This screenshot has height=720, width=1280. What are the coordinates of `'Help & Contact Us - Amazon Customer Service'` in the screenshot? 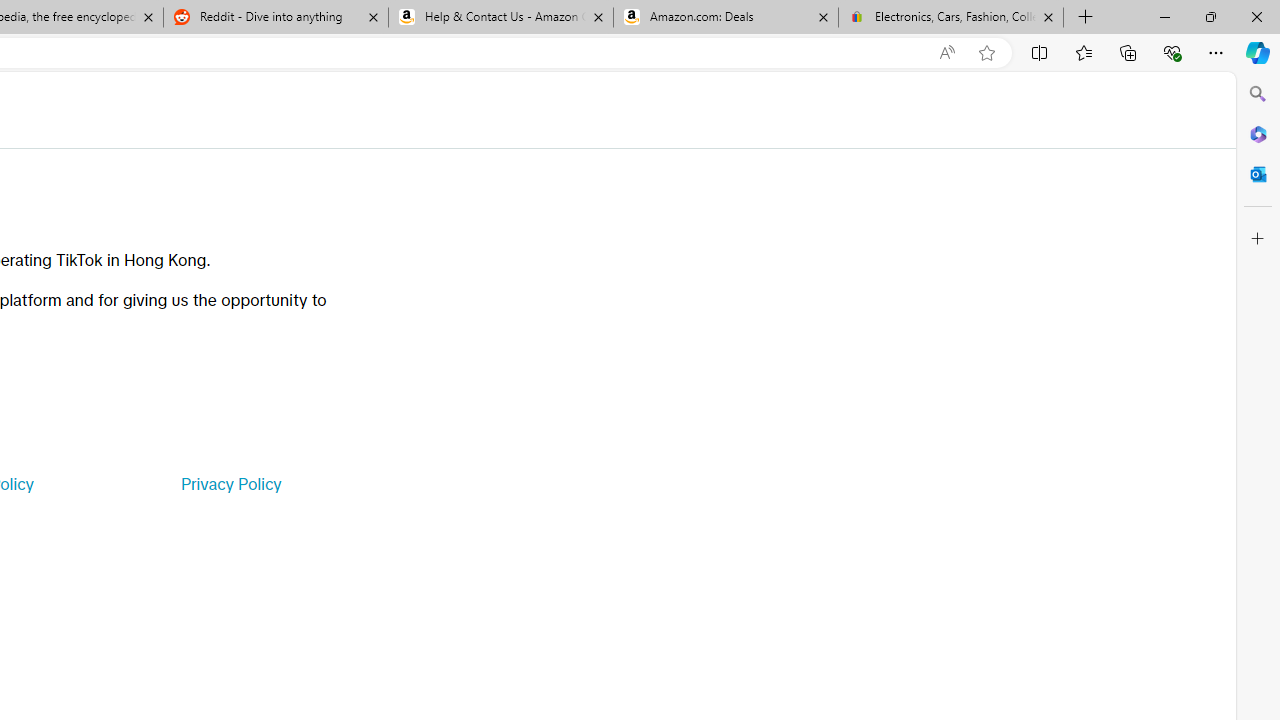 It's located at (501, 17).